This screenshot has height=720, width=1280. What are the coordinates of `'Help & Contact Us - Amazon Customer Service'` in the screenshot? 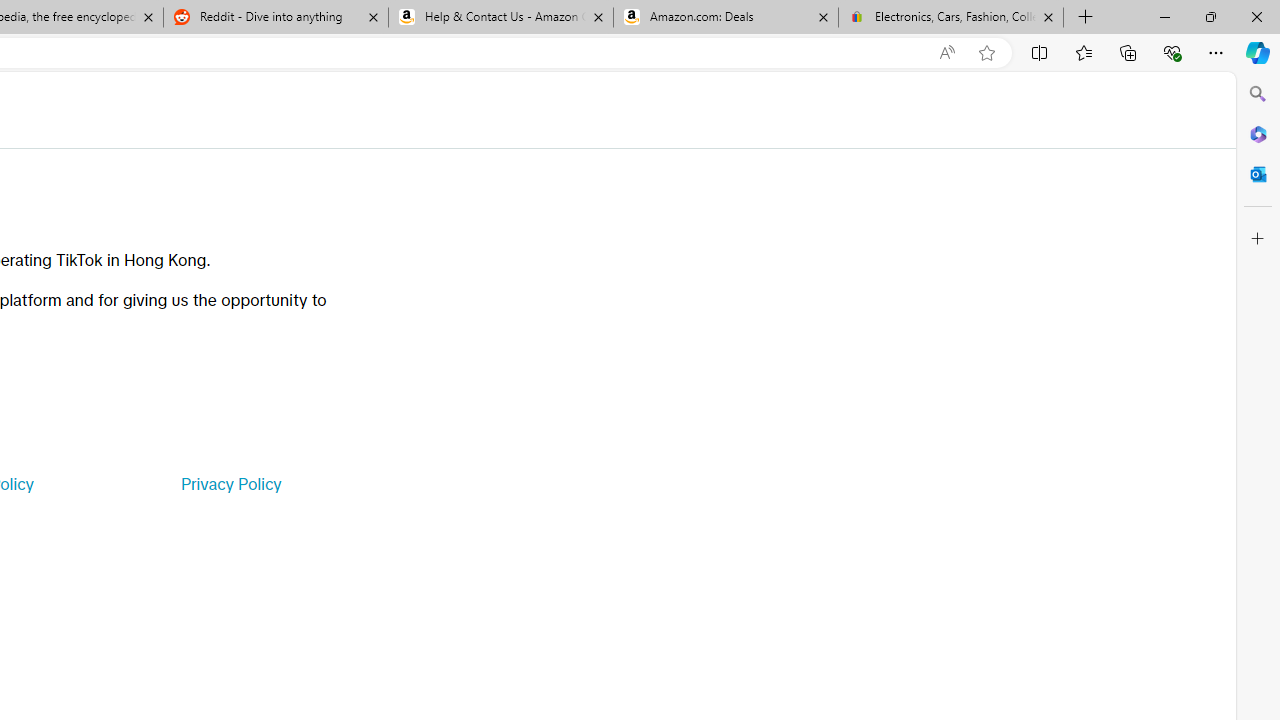 It's located at (501, 17).